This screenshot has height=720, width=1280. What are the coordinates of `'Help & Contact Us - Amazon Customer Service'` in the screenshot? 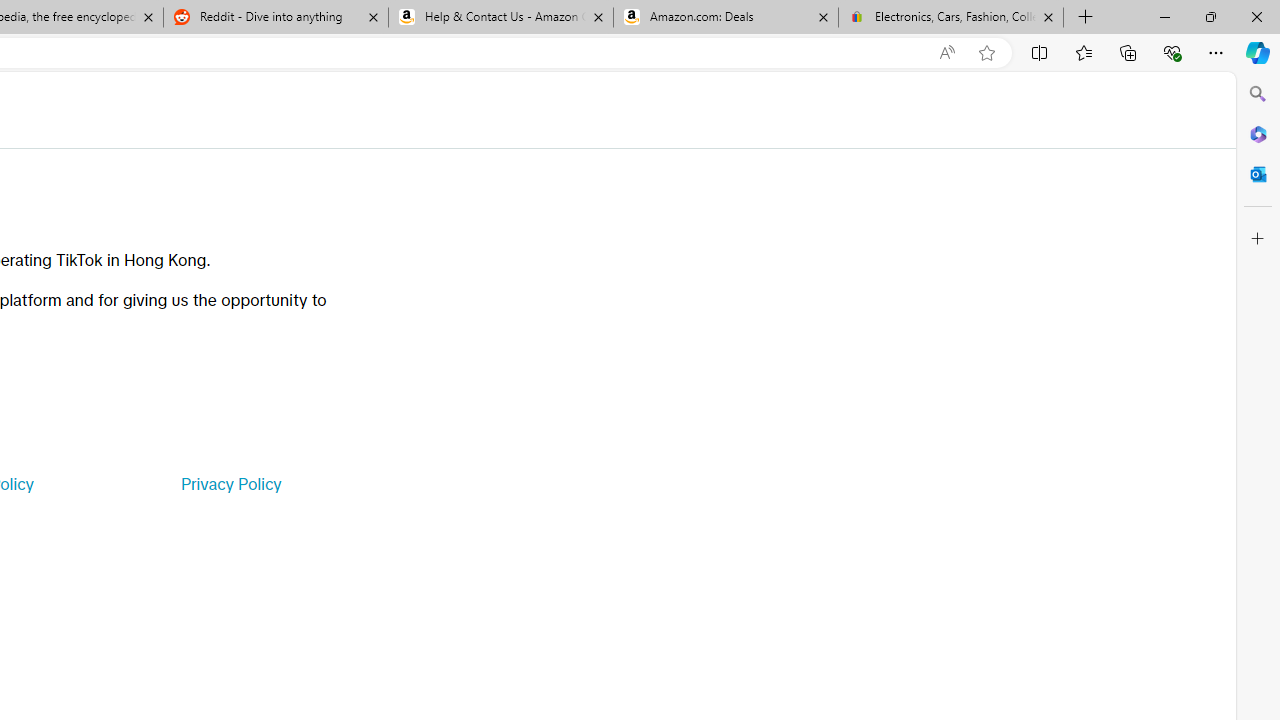 It's located at (501, 17).